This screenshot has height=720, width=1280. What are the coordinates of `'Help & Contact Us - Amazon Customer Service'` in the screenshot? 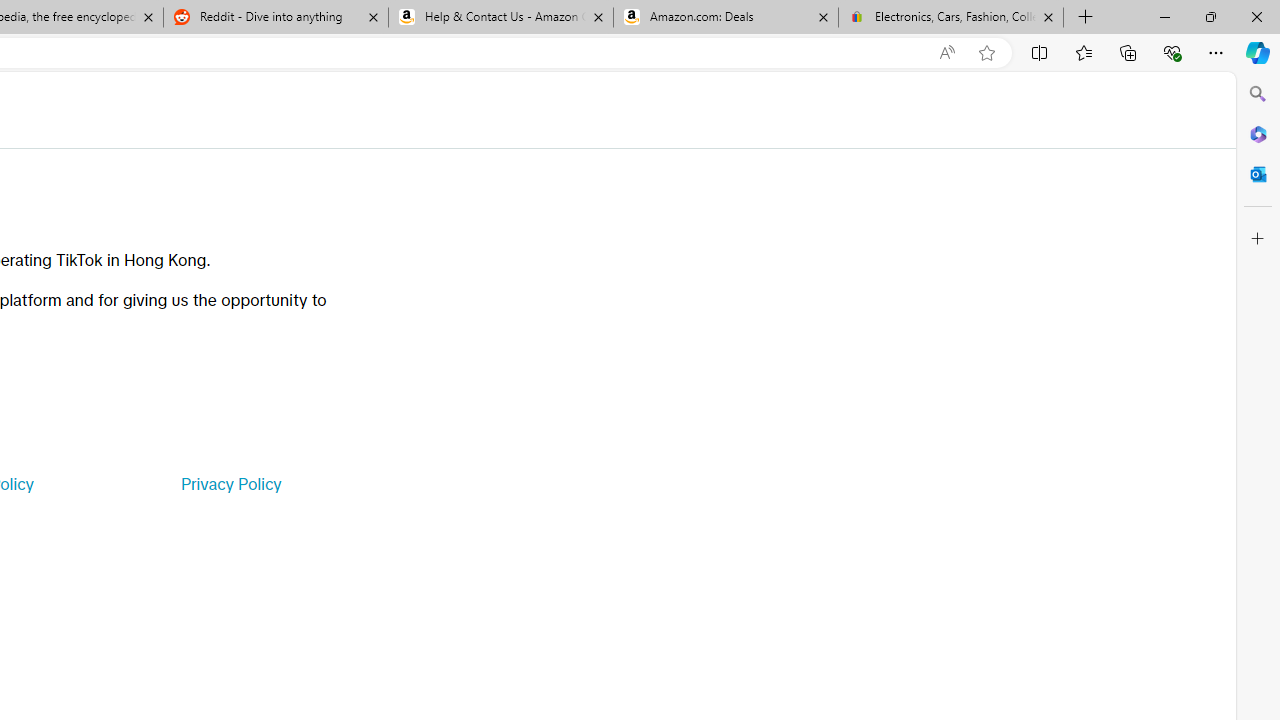 It's located at (501, 17).